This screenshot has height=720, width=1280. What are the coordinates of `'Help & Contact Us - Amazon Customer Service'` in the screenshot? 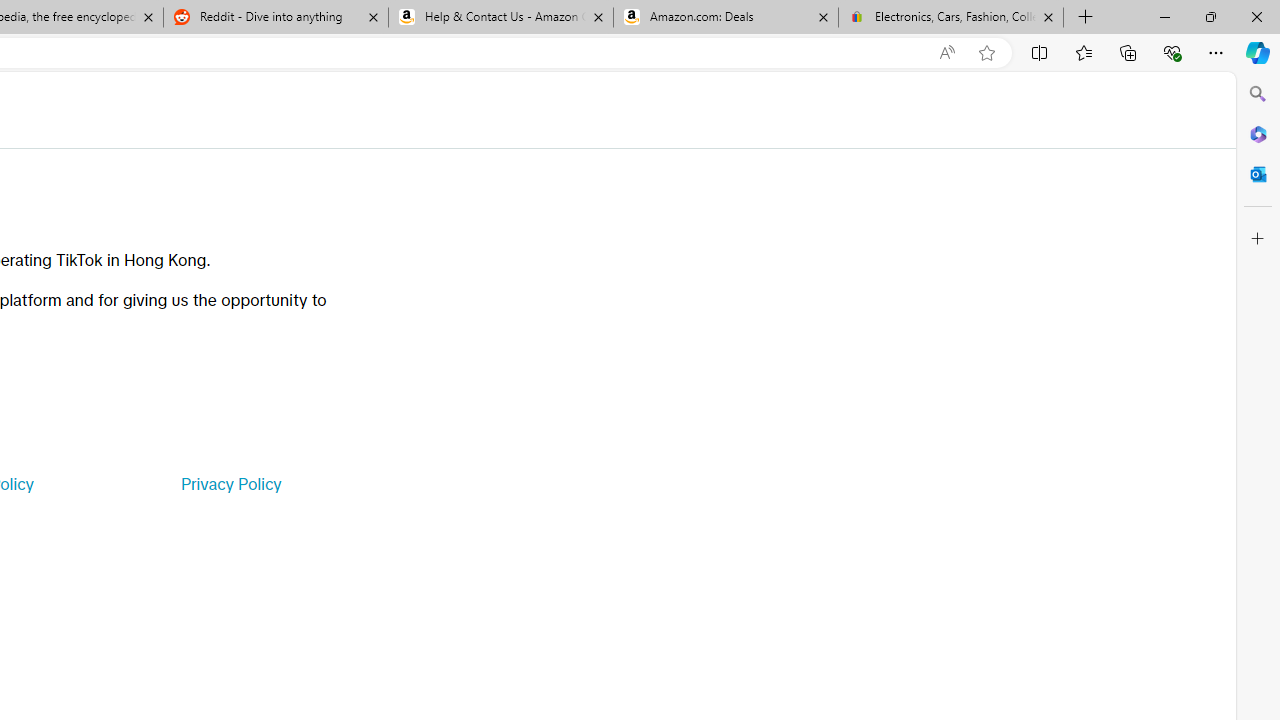 It's located at (501, 17).